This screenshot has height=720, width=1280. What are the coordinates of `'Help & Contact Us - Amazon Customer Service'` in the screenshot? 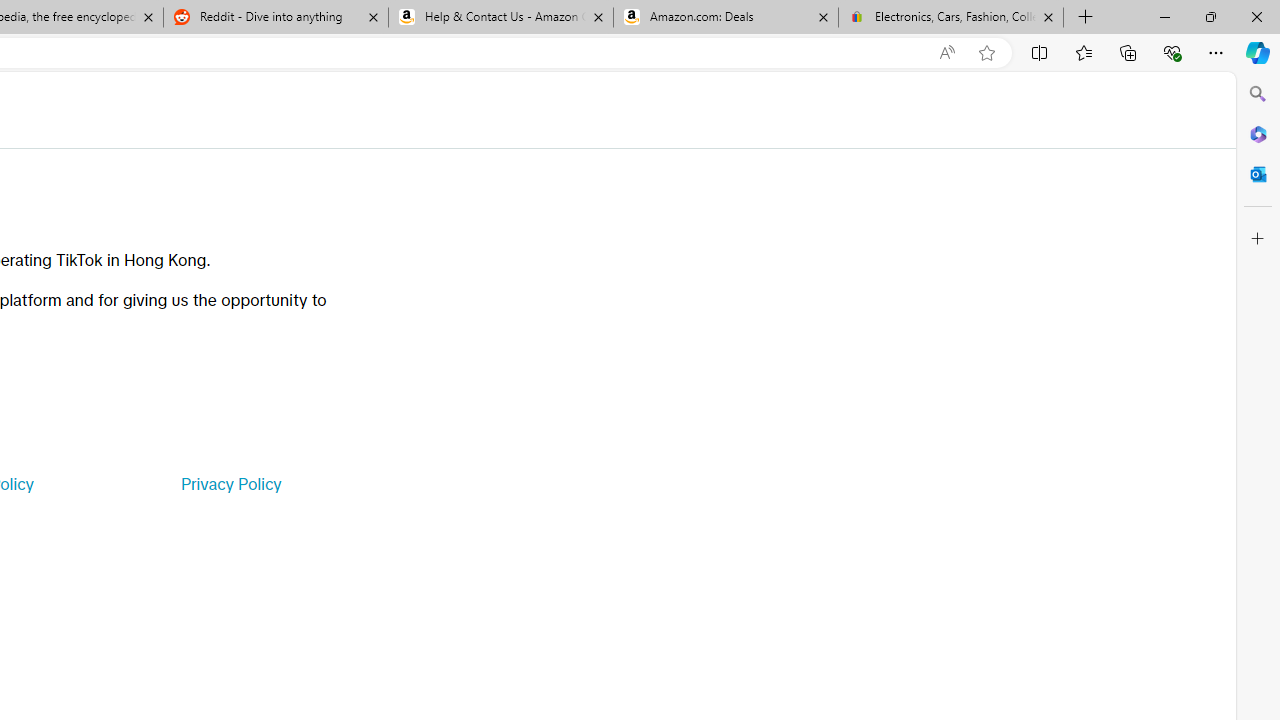 It's located at (501, 17).